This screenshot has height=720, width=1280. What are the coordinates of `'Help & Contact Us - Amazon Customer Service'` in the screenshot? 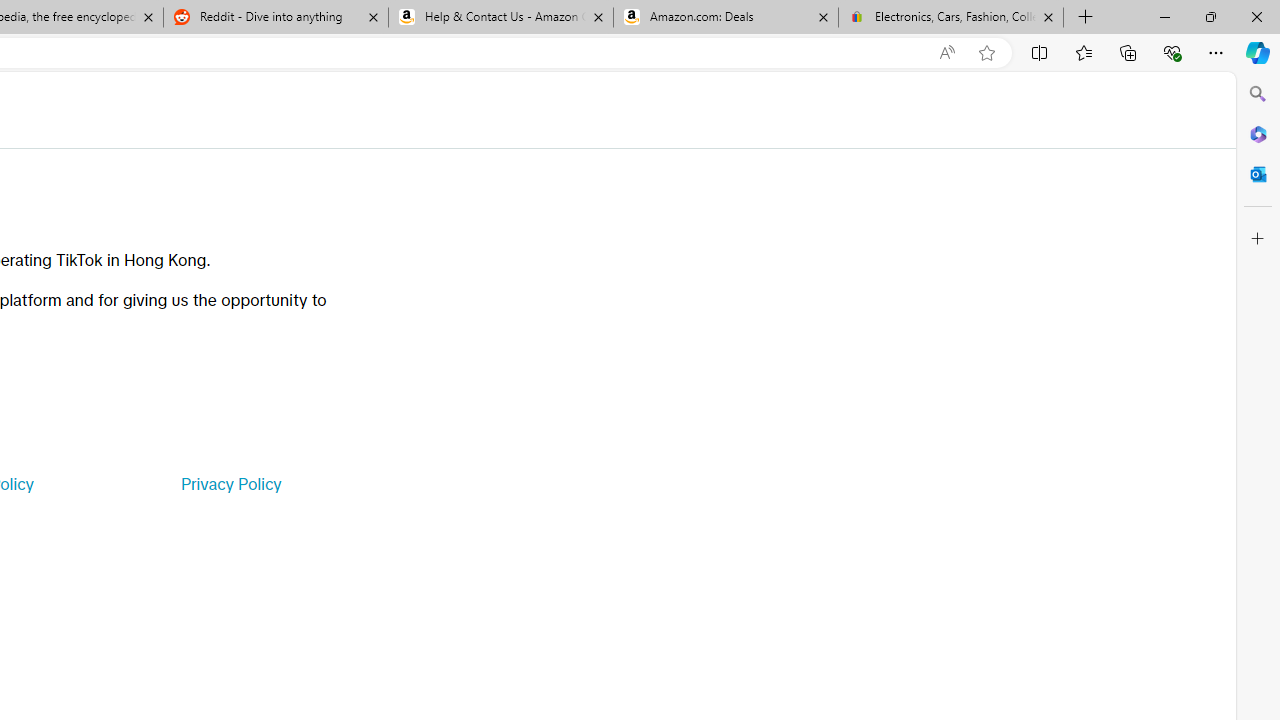 It's located at (501, 17).